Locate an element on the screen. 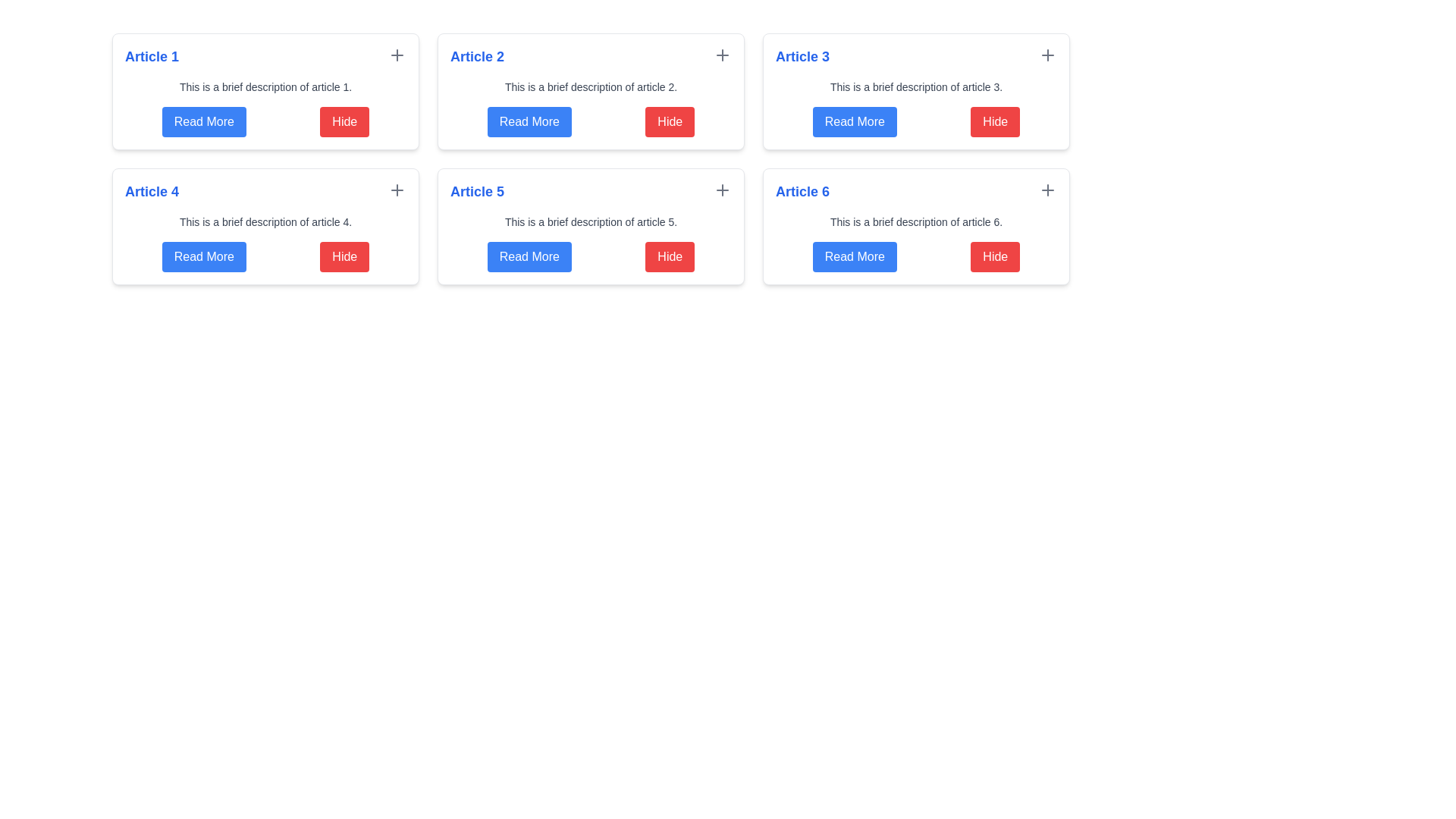  the summary text of Article 1, which is positioned below the title 'Article 1' and above the buttons labeled 'Read More' and 'Hide' is located at coordinates (265, 87).